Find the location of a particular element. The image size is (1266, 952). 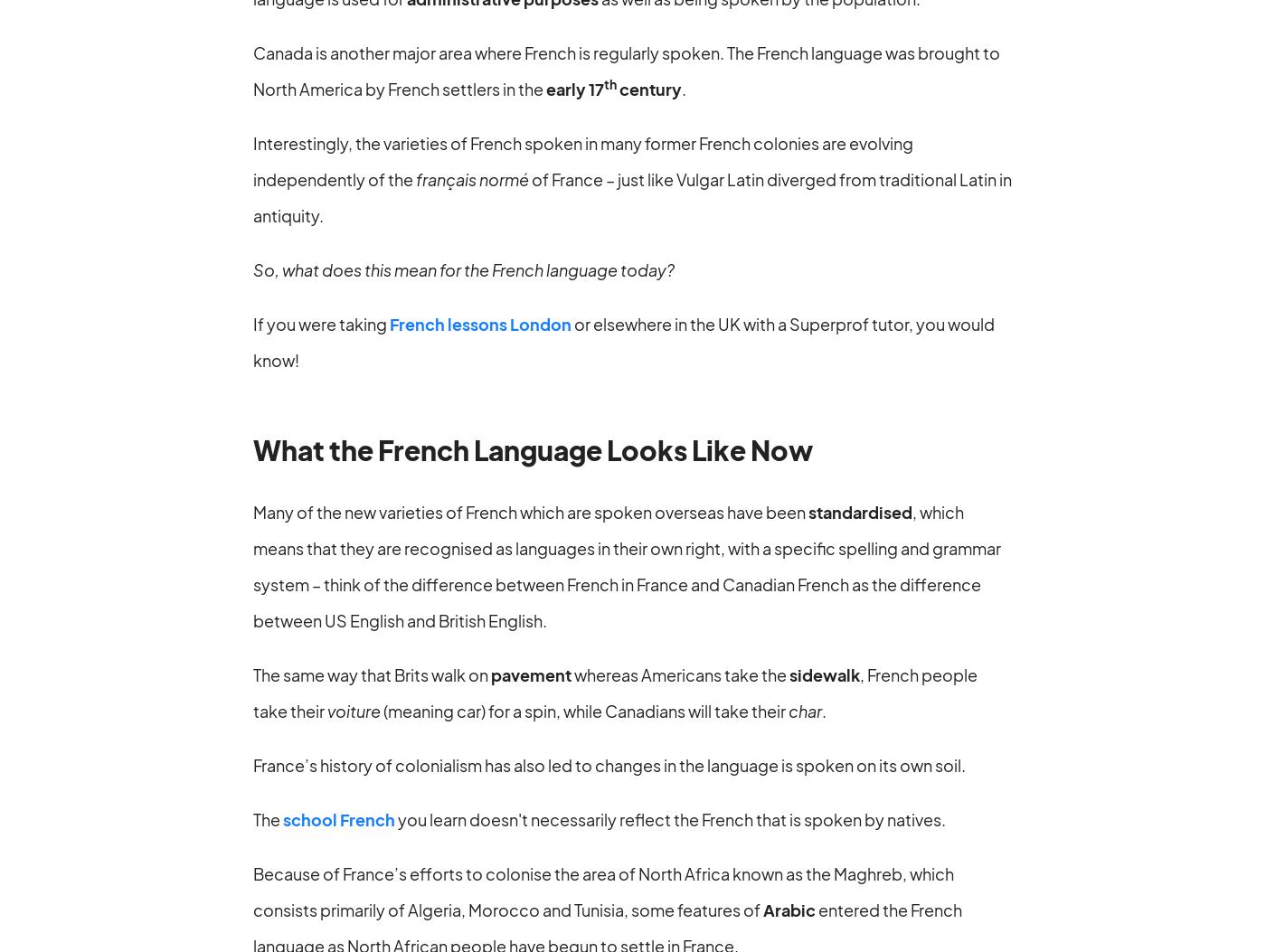

', which means that they are recognised as languages in their own right, with a specific spelling and grammar system – think of the difference between French in France and Canadian French as the difference between US English and British English.' is located at coordinates (627, 564).